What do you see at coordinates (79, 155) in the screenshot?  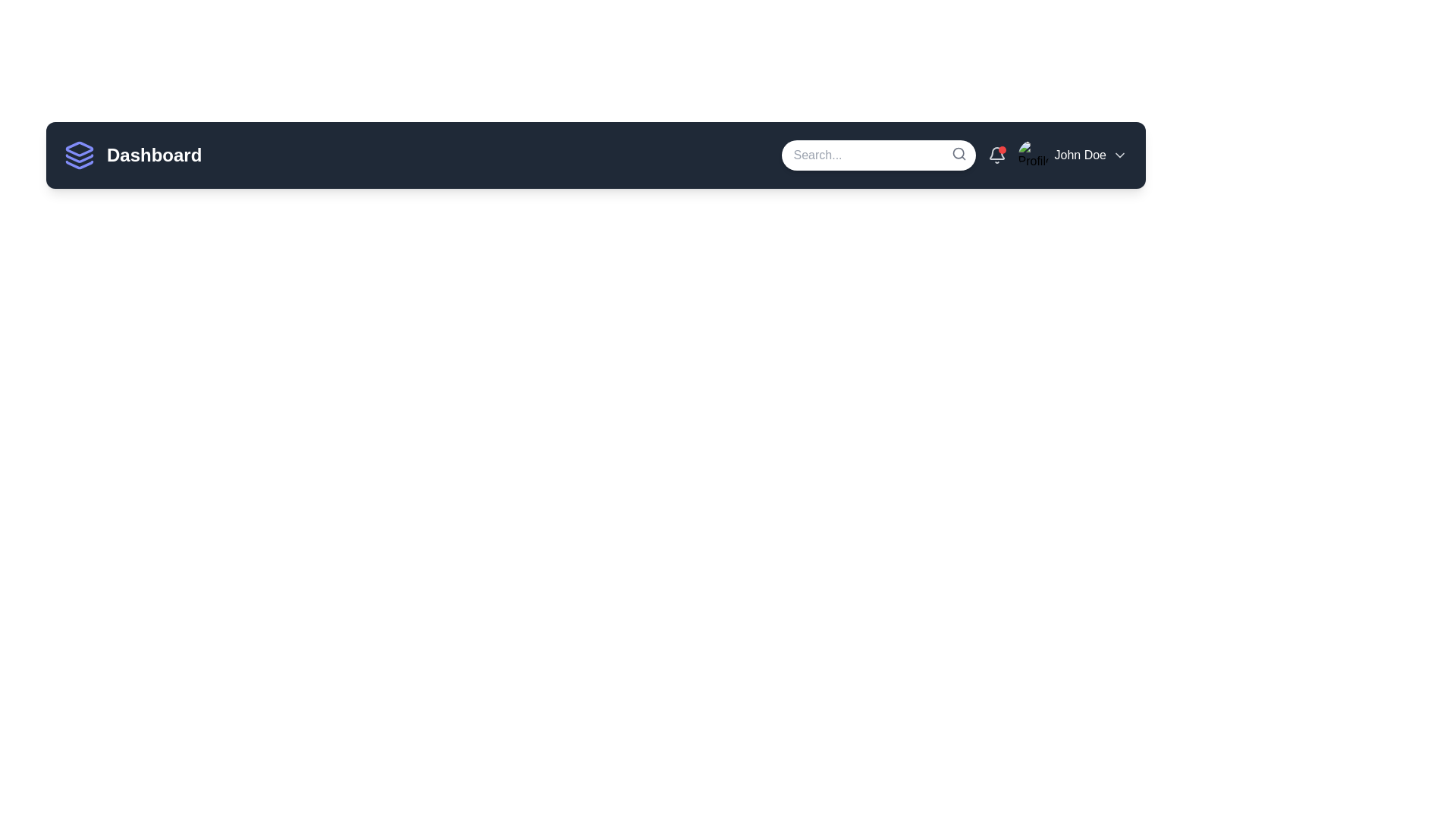 I see `the indigo outlined icon resembling three stacked layers, located to the left of the 'Dashboard' text in the Dashboard header section` at bounding box center [79, 155].